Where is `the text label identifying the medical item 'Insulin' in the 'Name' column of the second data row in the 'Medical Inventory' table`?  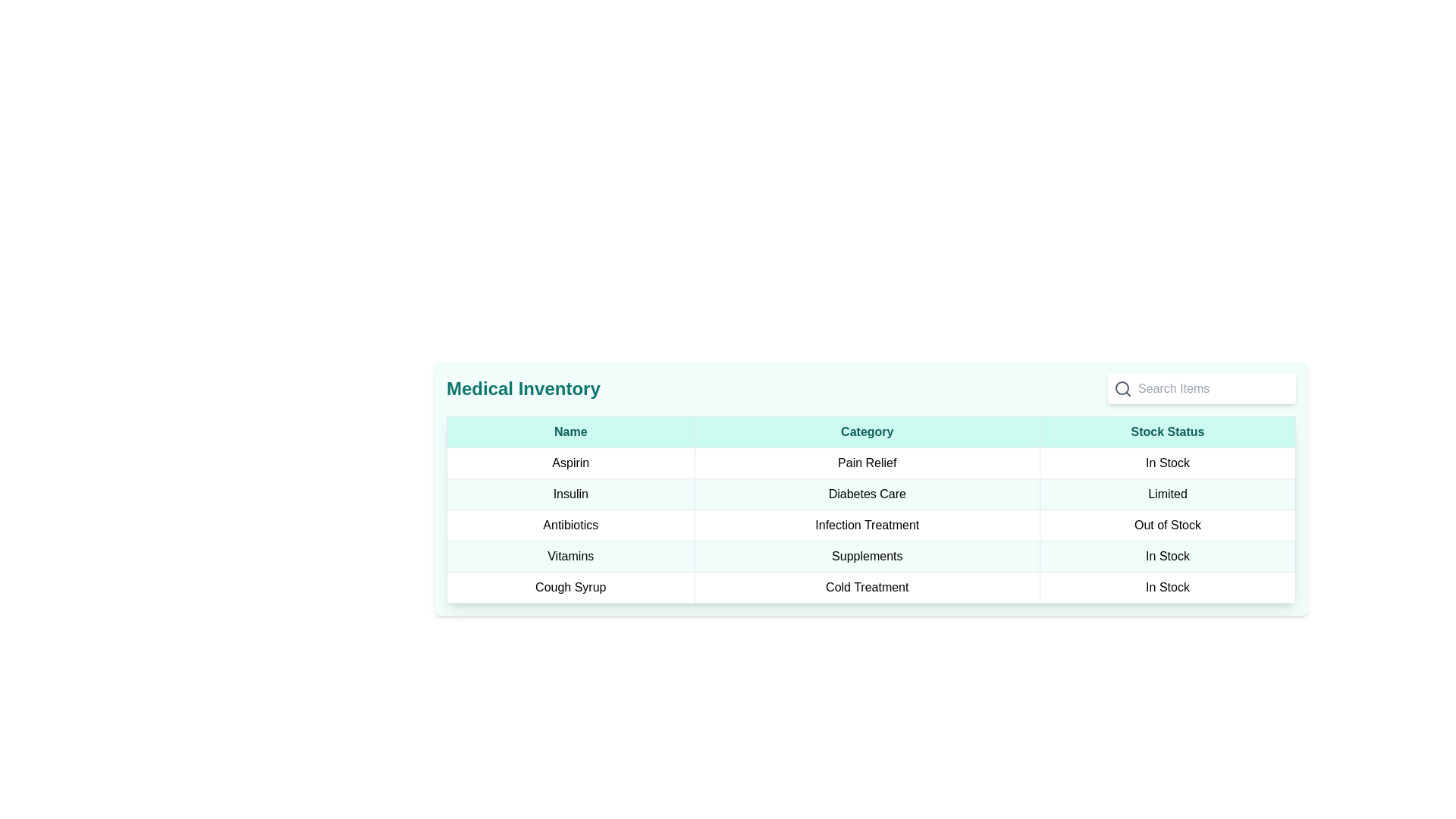
the text label identifying the medical item 'Insulin' in the 'Name' column of the second data row in the 'Medical Inventory' table is located at coordinates (570, 494).